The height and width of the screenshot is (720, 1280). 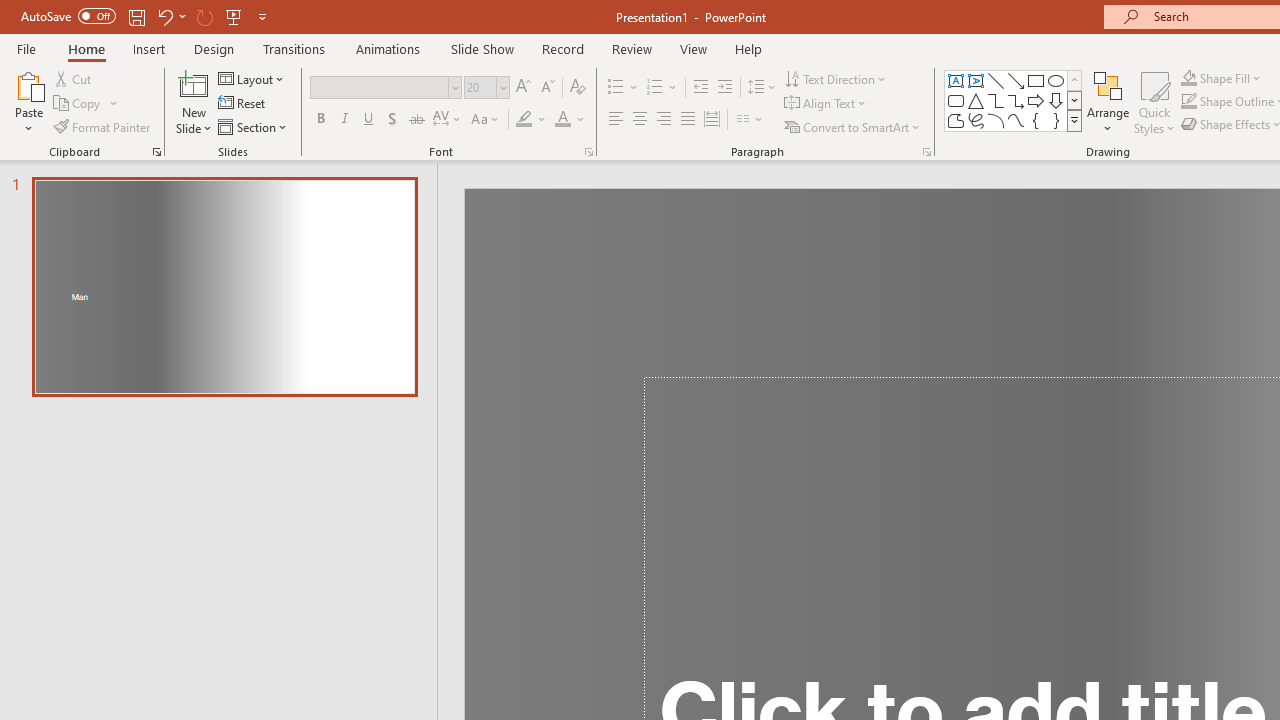 What do you see at coordinates (102, 127) in the screenshot?
I see `'Format Painter'` at bounding box center [102, 127].